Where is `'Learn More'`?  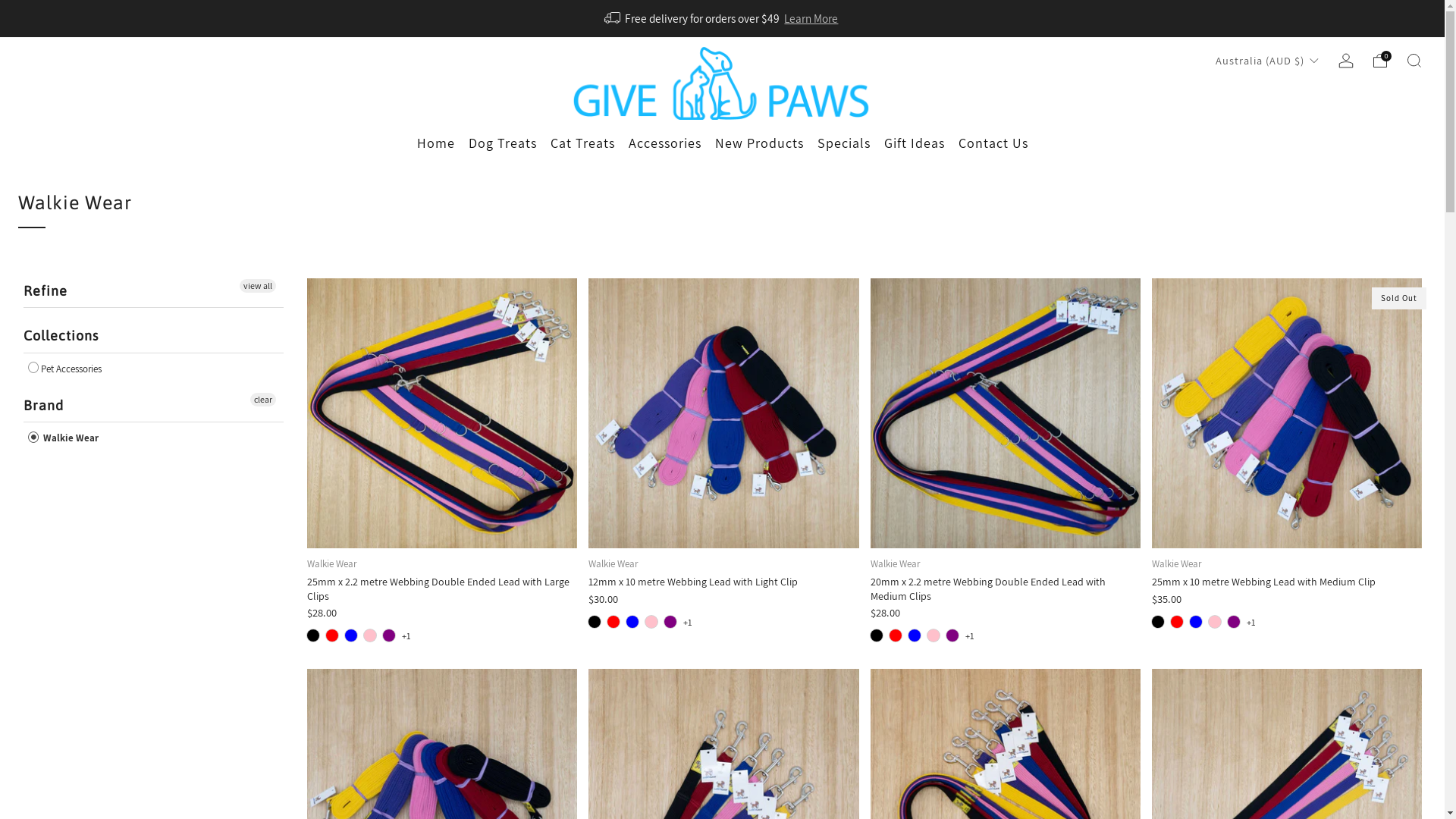 'Learn More' is located at coordinates (810, 17).